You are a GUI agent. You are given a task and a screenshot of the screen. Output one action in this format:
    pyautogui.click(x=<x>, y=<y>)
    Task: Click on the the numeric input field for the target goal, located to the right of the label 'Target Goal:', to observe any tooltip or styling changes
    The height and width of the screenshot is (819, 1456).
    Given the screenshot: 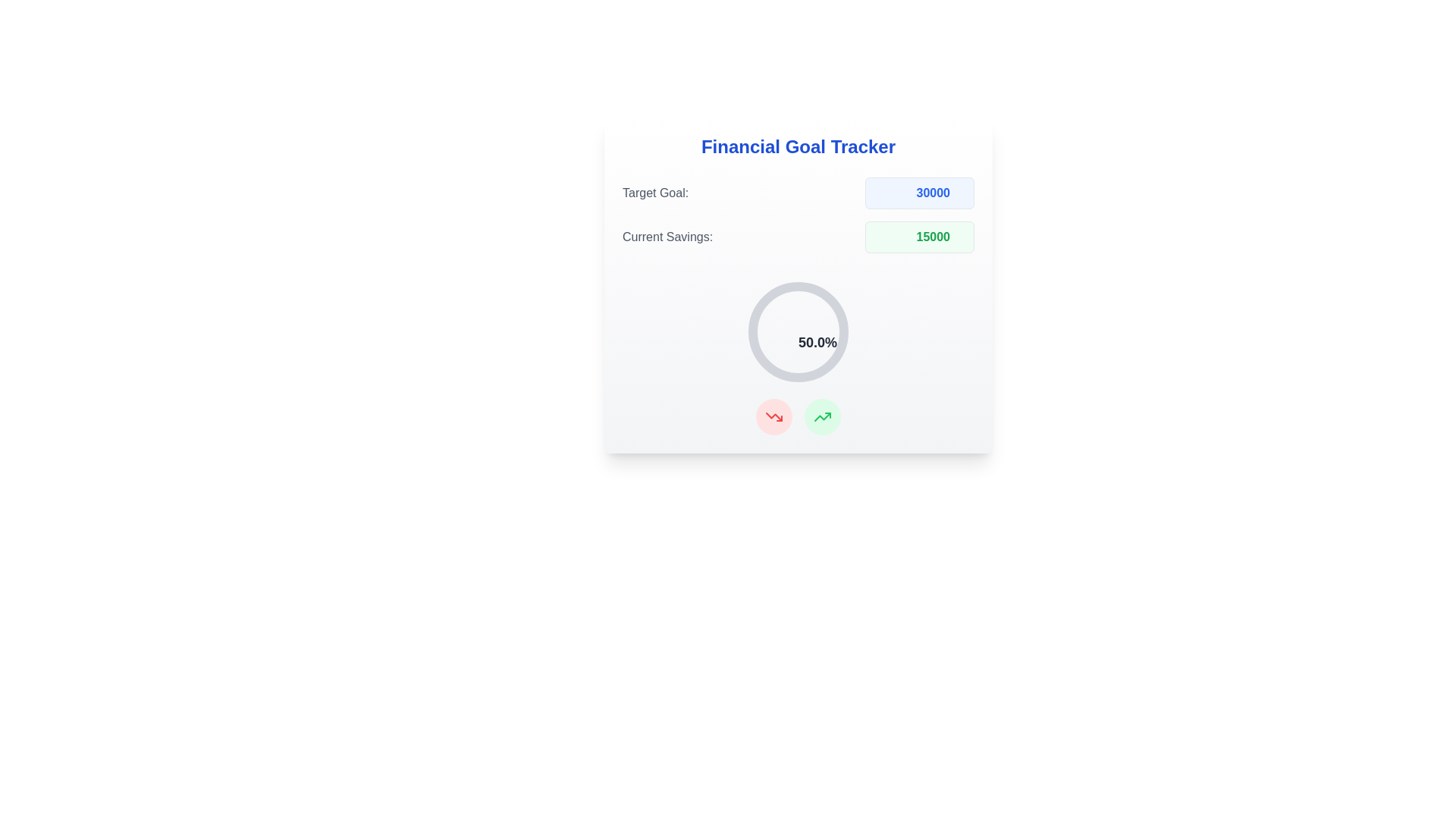 What is the action you would take?
    pyautogui.click(x=919, y=192)
    